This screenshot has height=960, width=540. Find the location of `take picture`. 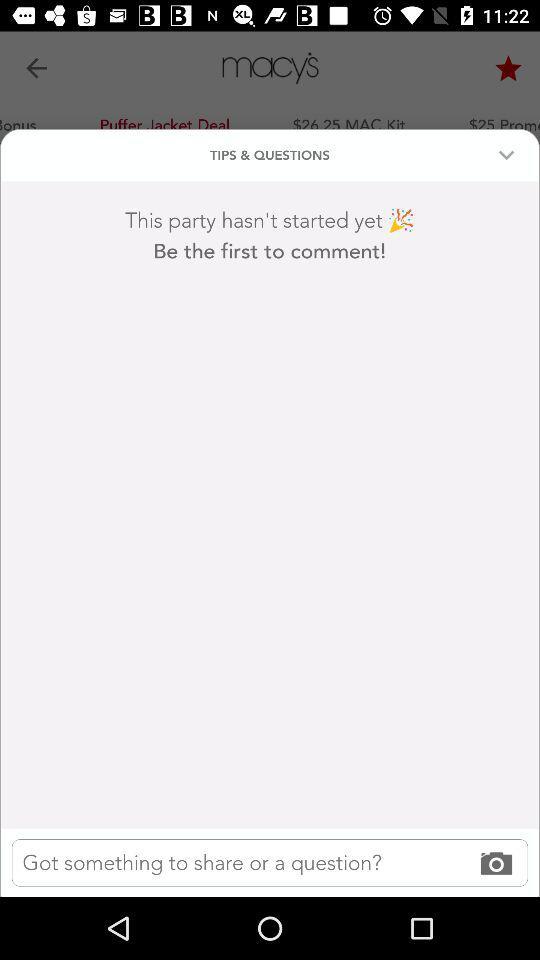

take picture is located at coordinates (270, 861).